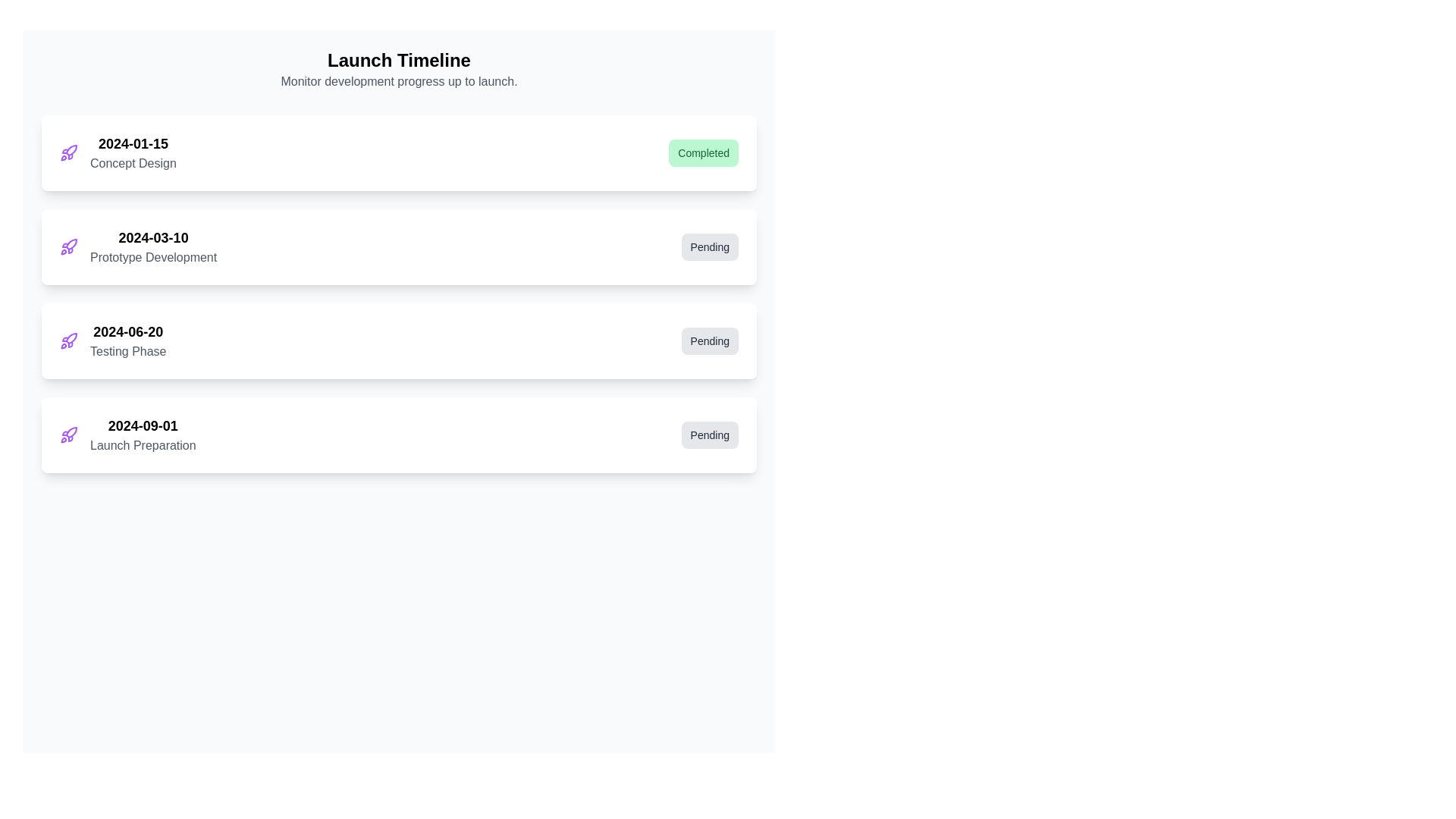 The width and height of the screenshot is (1456, 819). What do you see at coordinates (71, 243) in the screenshot?
I see `the decorative SVG shape located next to the date '2024-03-10' and the description 'Prototype Development' in the timeline` at bounding box center [71, 243].